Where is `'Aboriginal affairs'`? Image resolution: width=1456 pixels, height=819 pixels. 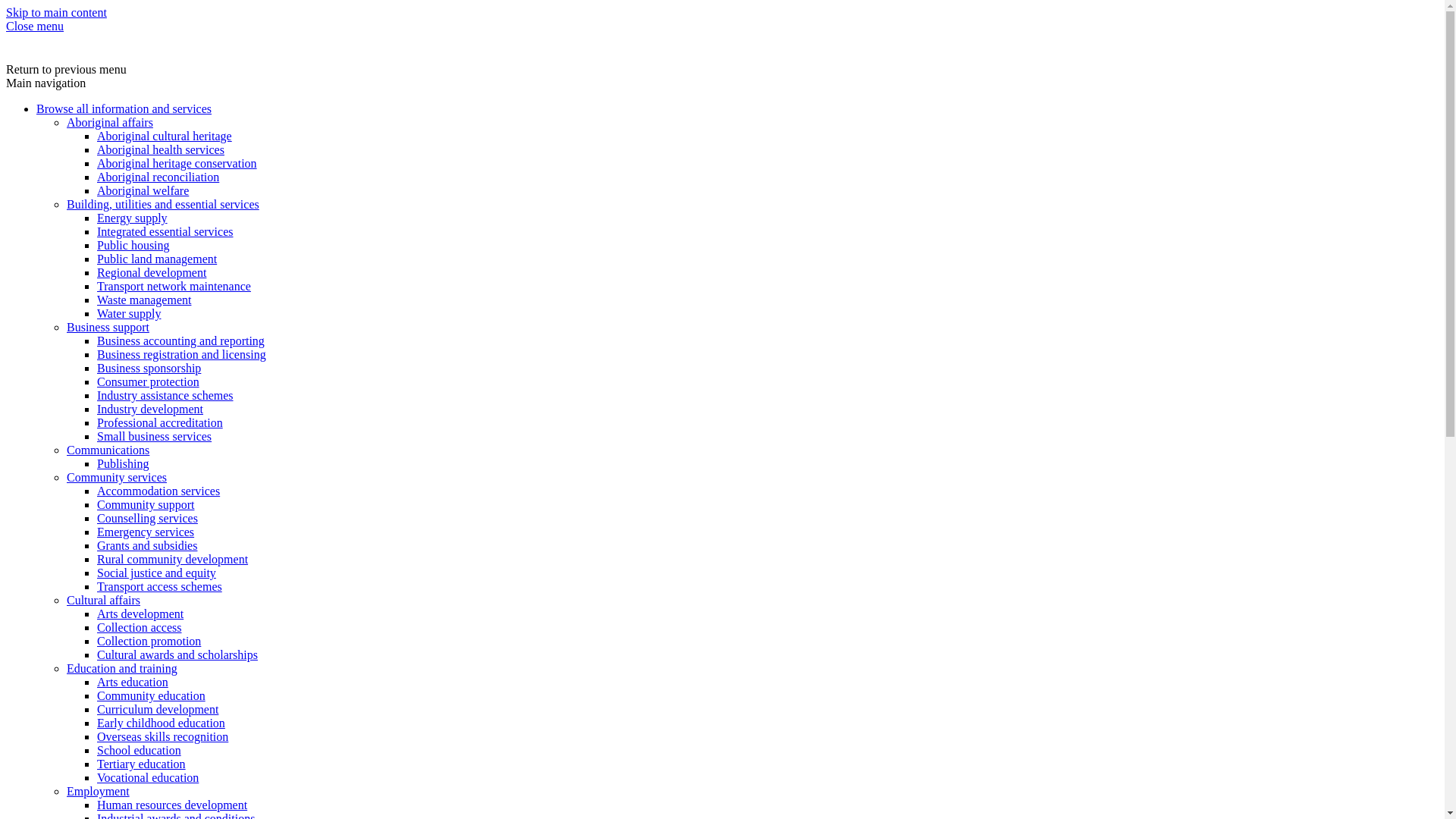 'Aboriginal affairs' is located at coordinates (108, 121).